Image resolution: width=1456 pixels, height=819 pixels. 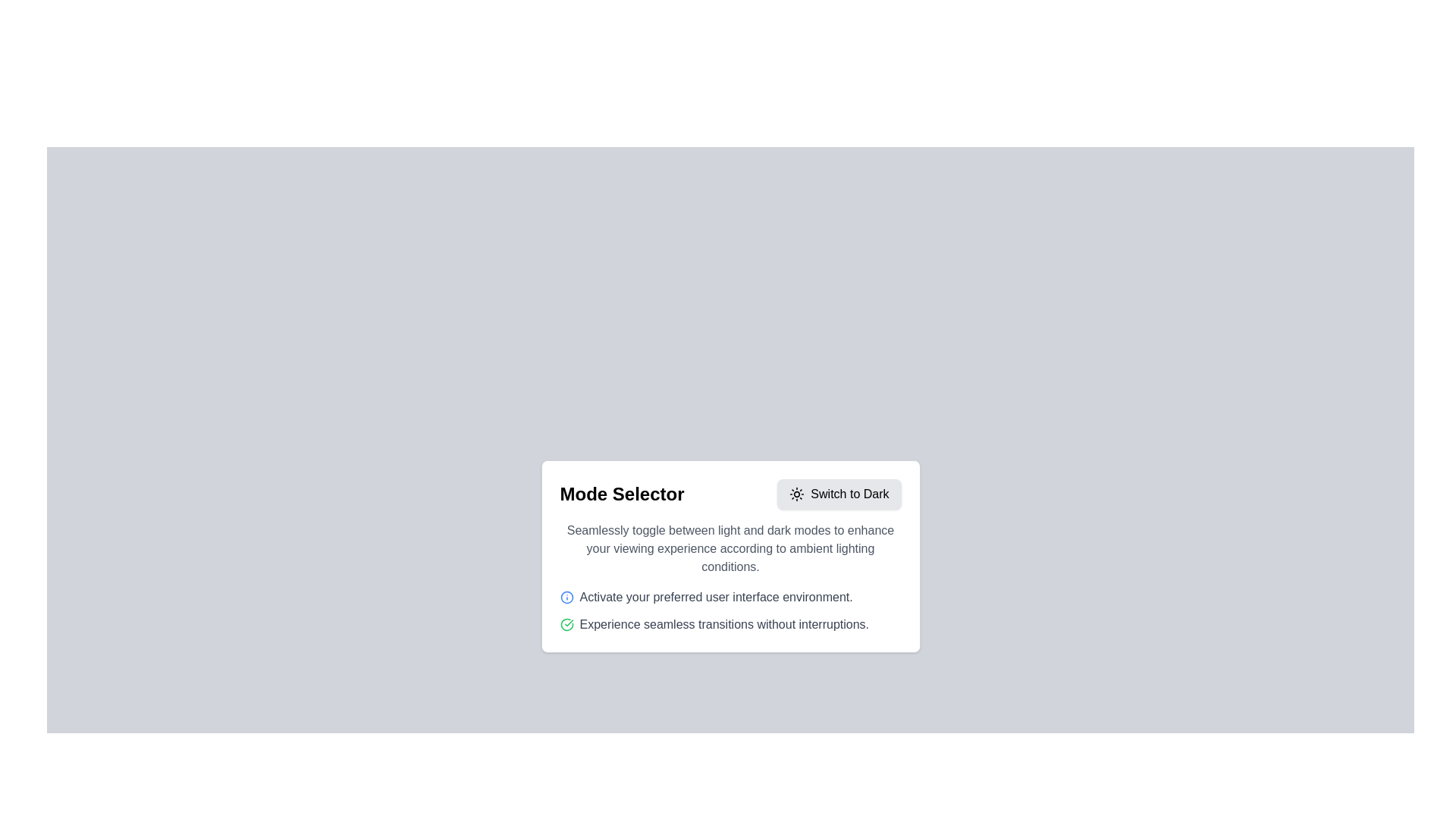 What do you see at coordinates (566, 625) in the screenshot?
I see `the circular icon with a green outline, which is part of the second list item and located to the left of a description paragraph` at bounding box center [566, 625].